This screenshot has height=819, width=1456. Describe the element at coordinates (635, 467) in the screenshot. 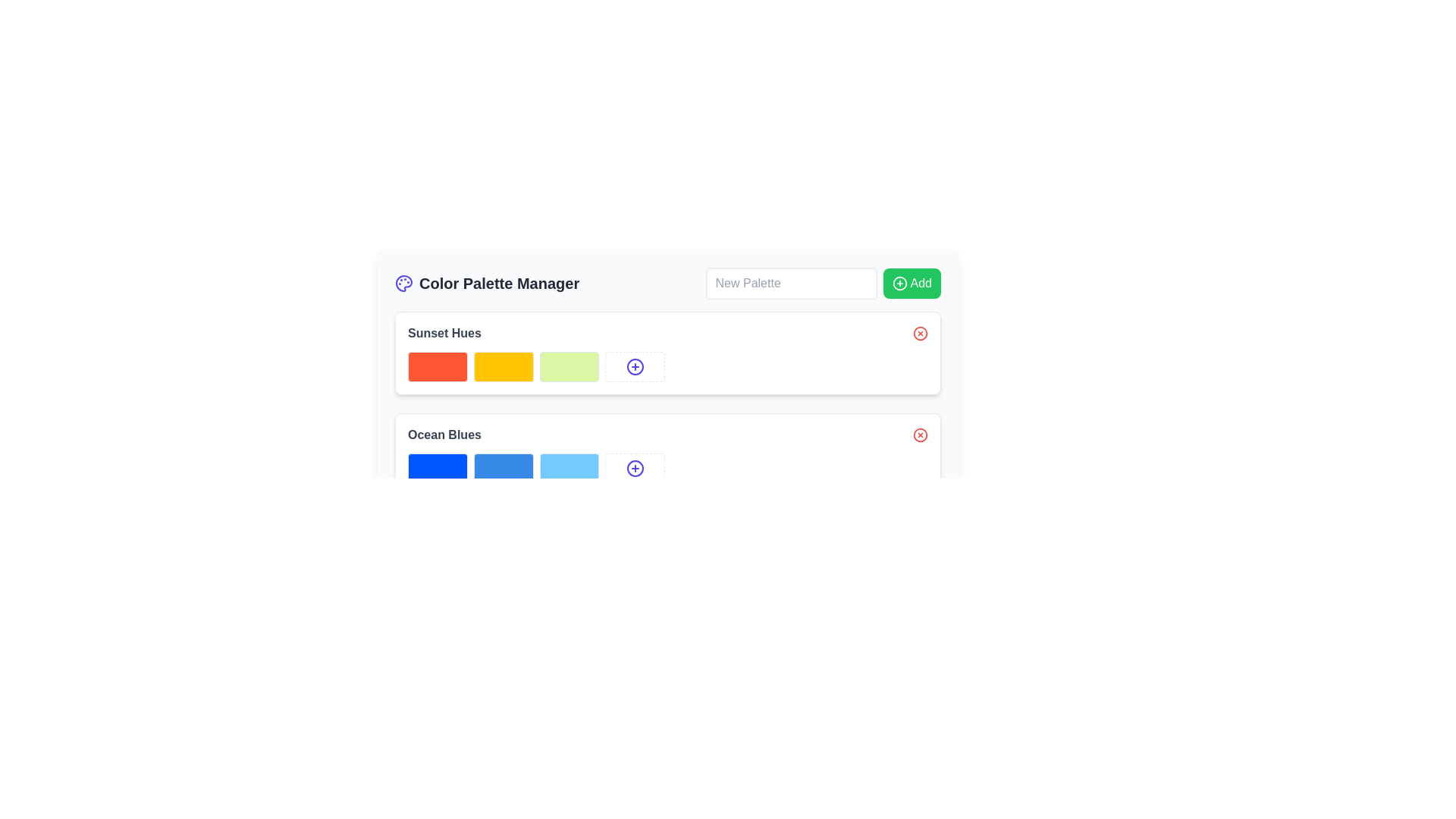

I see `the circular indigo button with a '+' symbol located to the right of the color blocks in the 'Sunset Hues' category` at that location.